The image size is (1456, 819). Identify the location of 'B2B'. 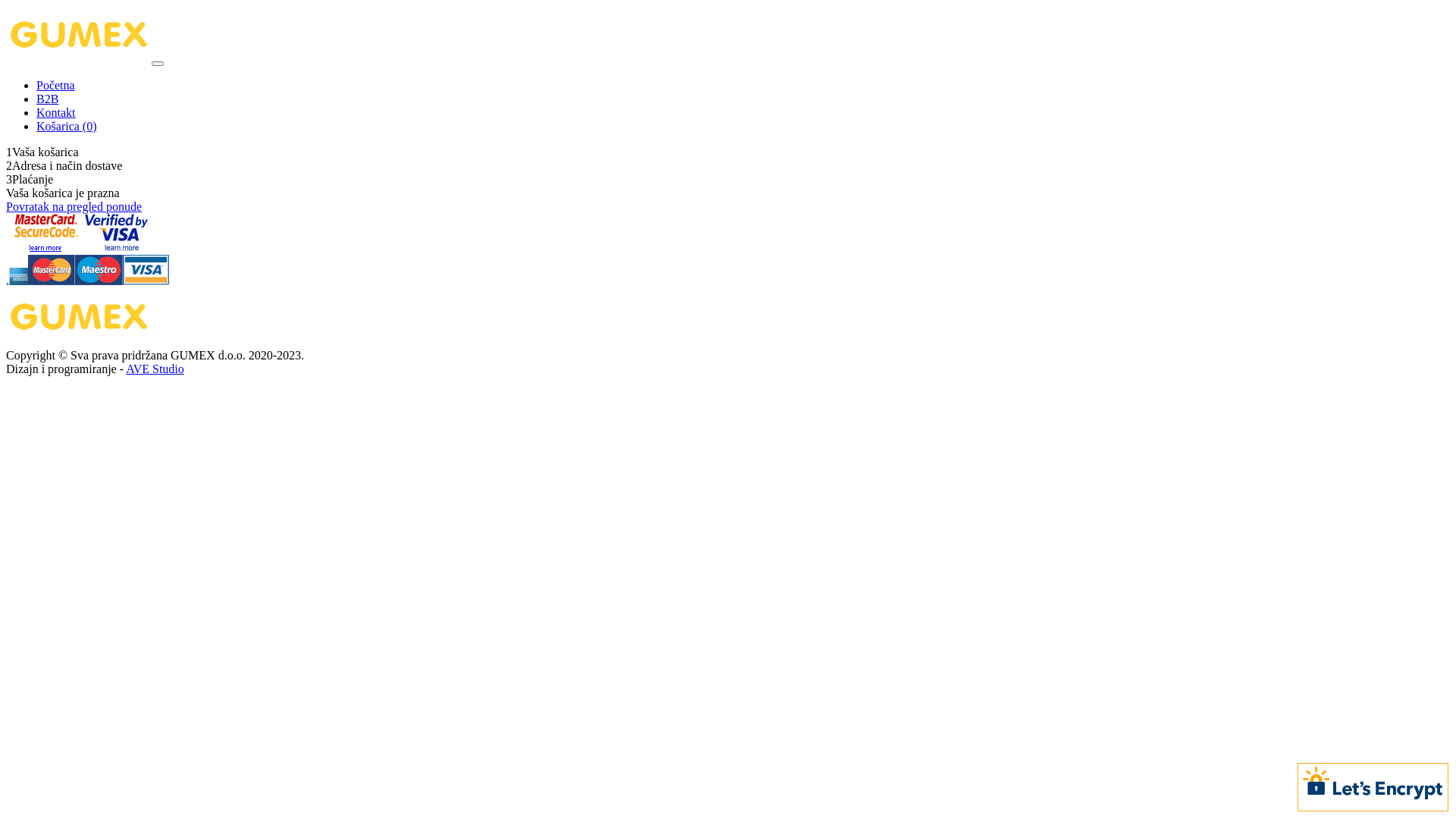
(36, 99).